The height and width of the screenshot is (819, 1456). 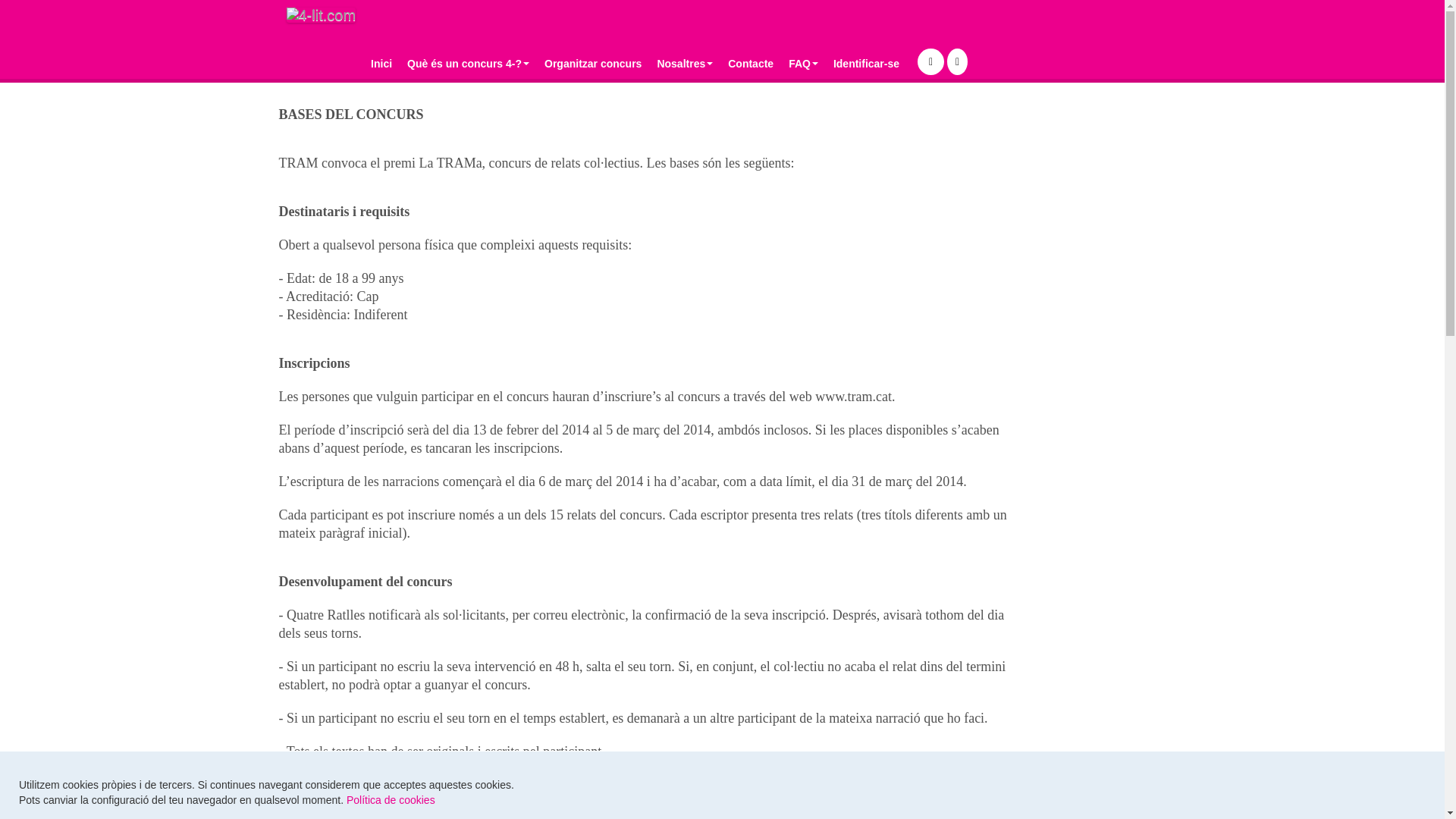 I want to click on 'Nosaltres', so click(x=648, y=63).